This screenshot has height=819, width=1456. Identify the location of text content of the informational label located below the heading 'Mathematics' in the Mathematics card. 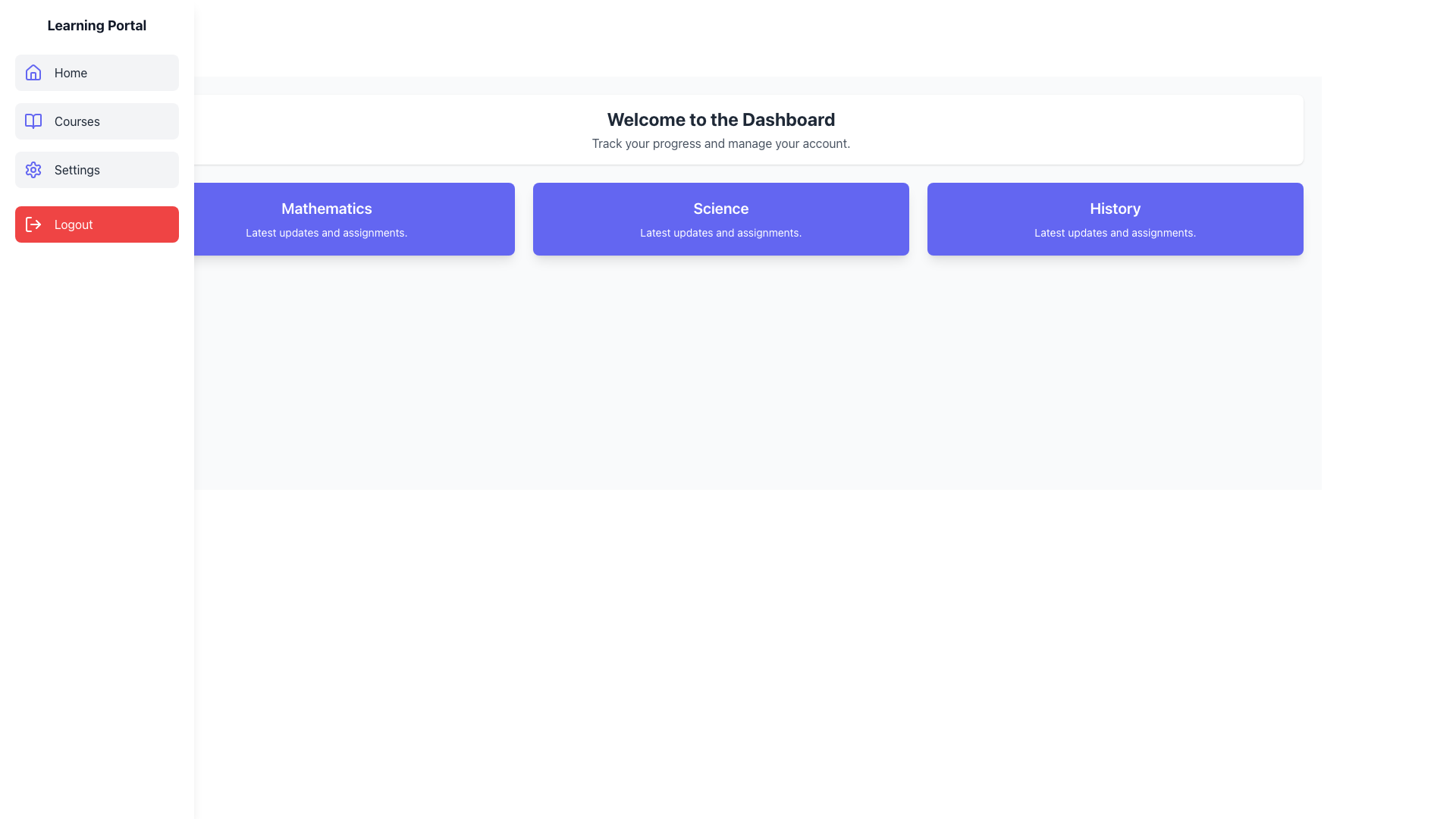
(326, 233).